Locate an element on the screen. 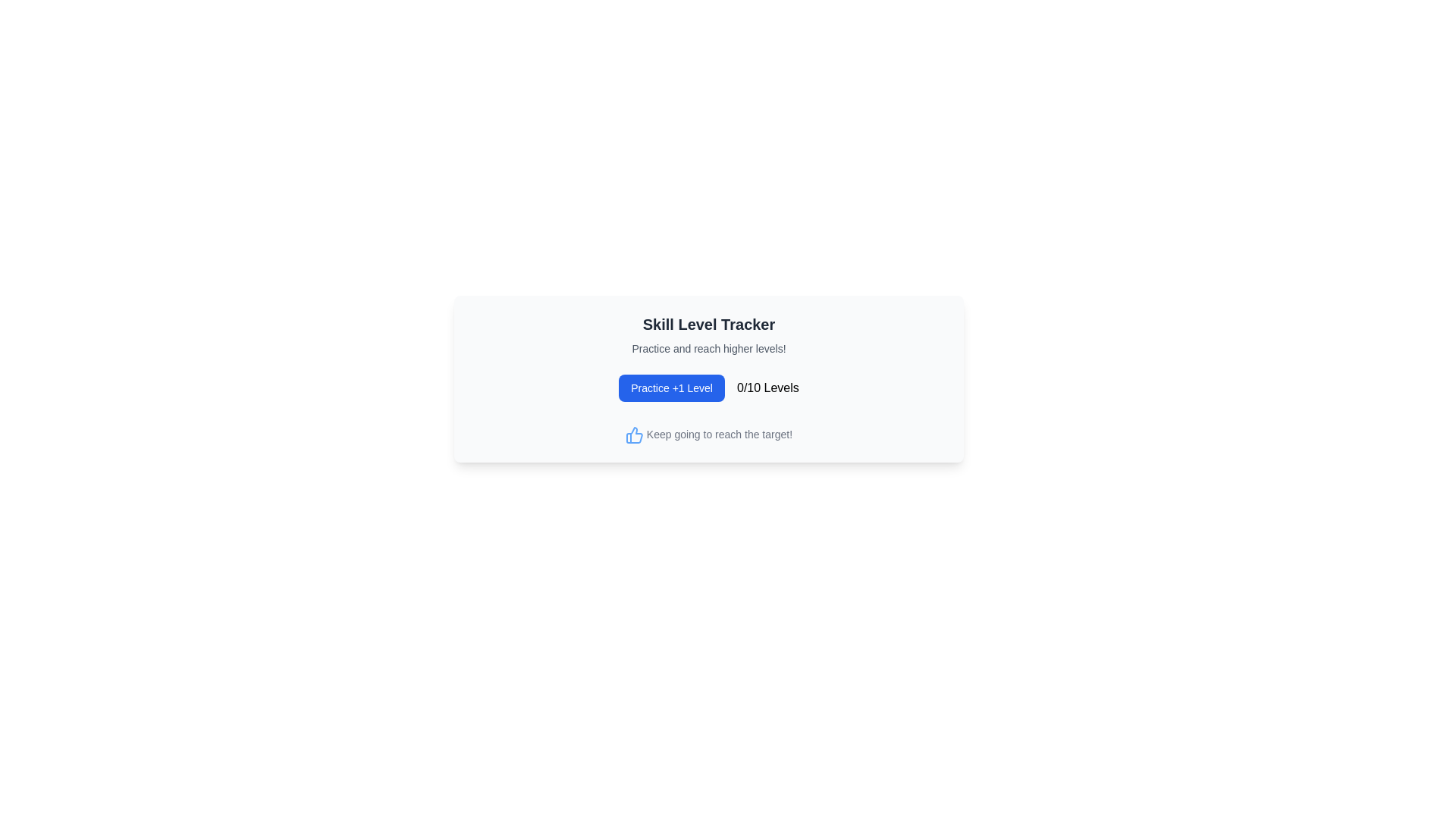 This screenshot has width=1456, height=819. thumbs-up icon with a light blue outline located at the bottom-center of the interface, adjacent to a vertical line is located at coordinates (634, 435).